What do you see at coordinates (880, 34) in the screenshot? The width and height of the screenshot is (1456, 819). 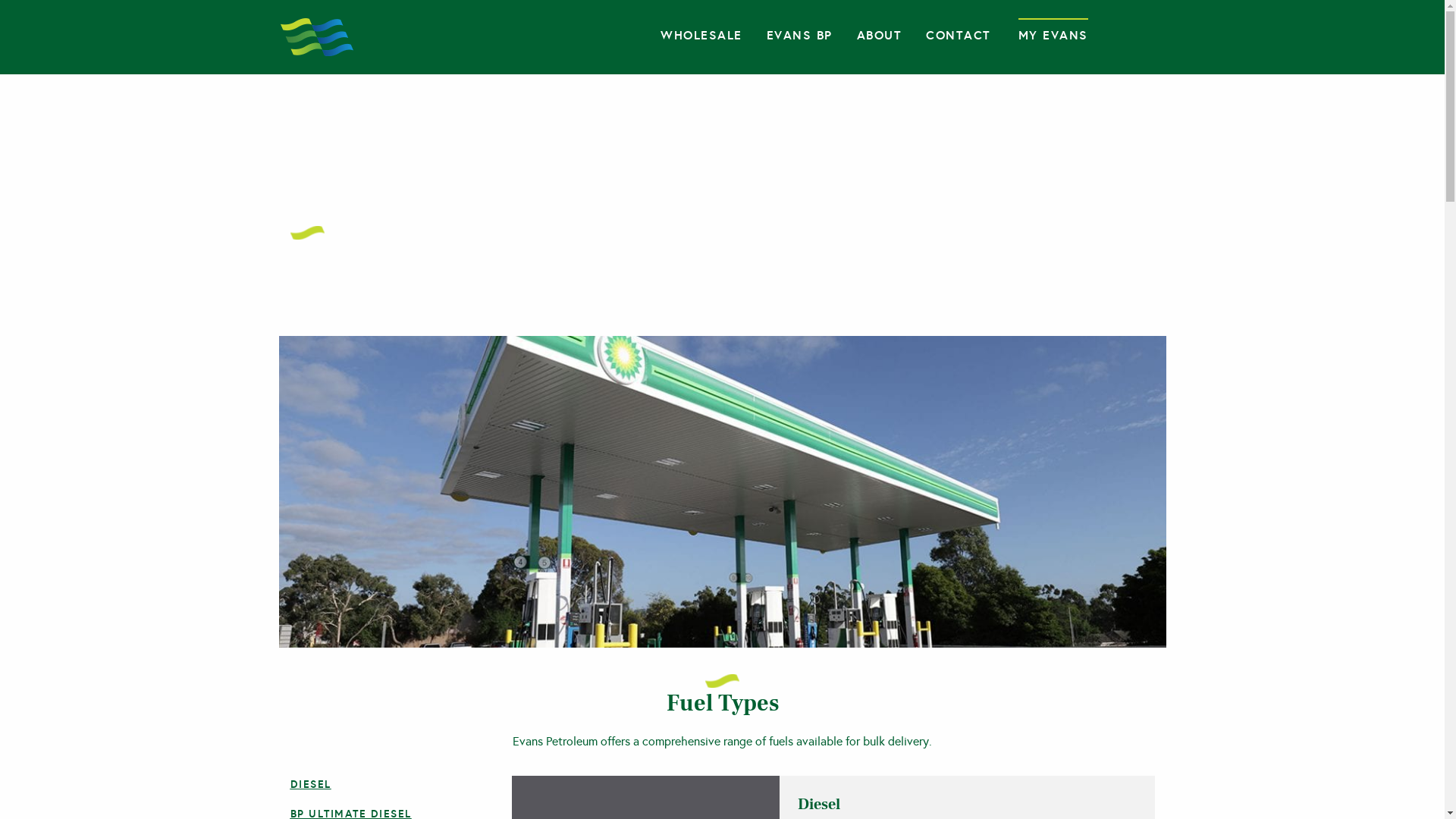 I see `'ABOUT'` at bounding box center [880, 34].